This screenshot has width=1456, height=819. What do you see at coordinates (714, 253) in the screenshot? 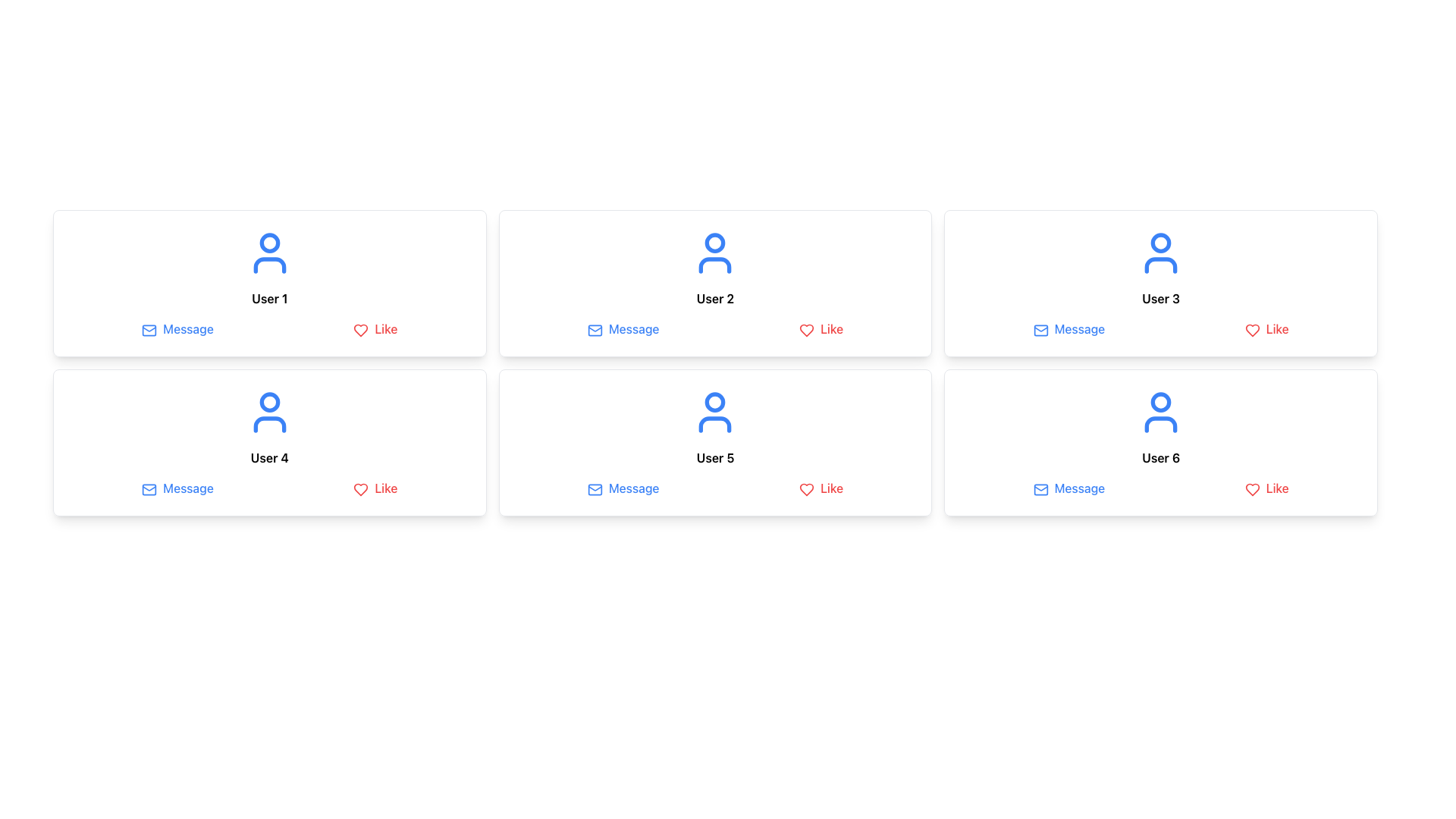
I see `the user profile icon located at the center-top position of the 'User 2' card in the 2x3 grid layout` at bounding box center [714, 253].